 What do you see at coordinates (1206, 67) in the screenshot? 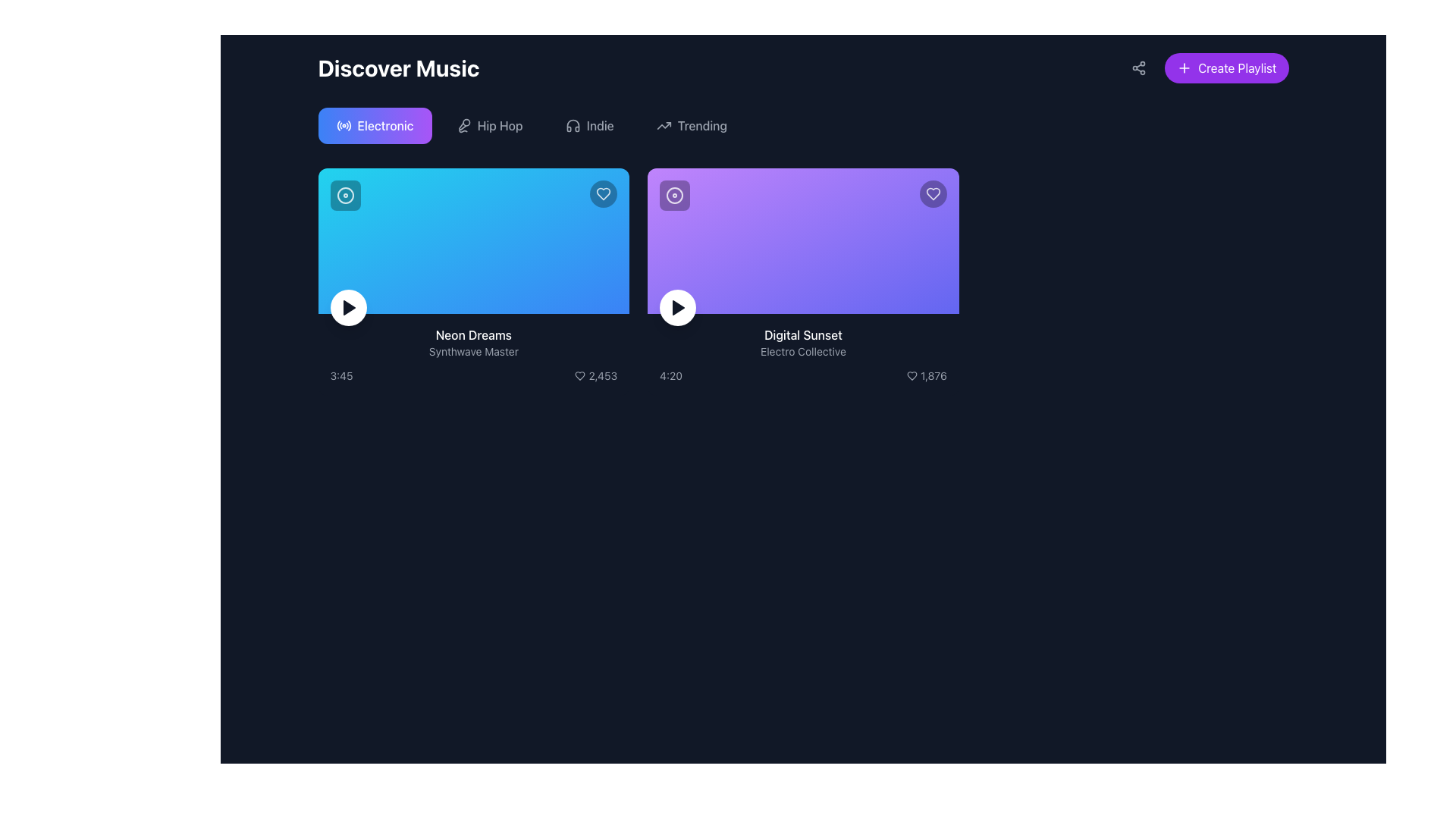
I see `the 'Create Playlist' button located at the top-right section of the interface with a purple background and white text` at bounding box center [1206, 67].